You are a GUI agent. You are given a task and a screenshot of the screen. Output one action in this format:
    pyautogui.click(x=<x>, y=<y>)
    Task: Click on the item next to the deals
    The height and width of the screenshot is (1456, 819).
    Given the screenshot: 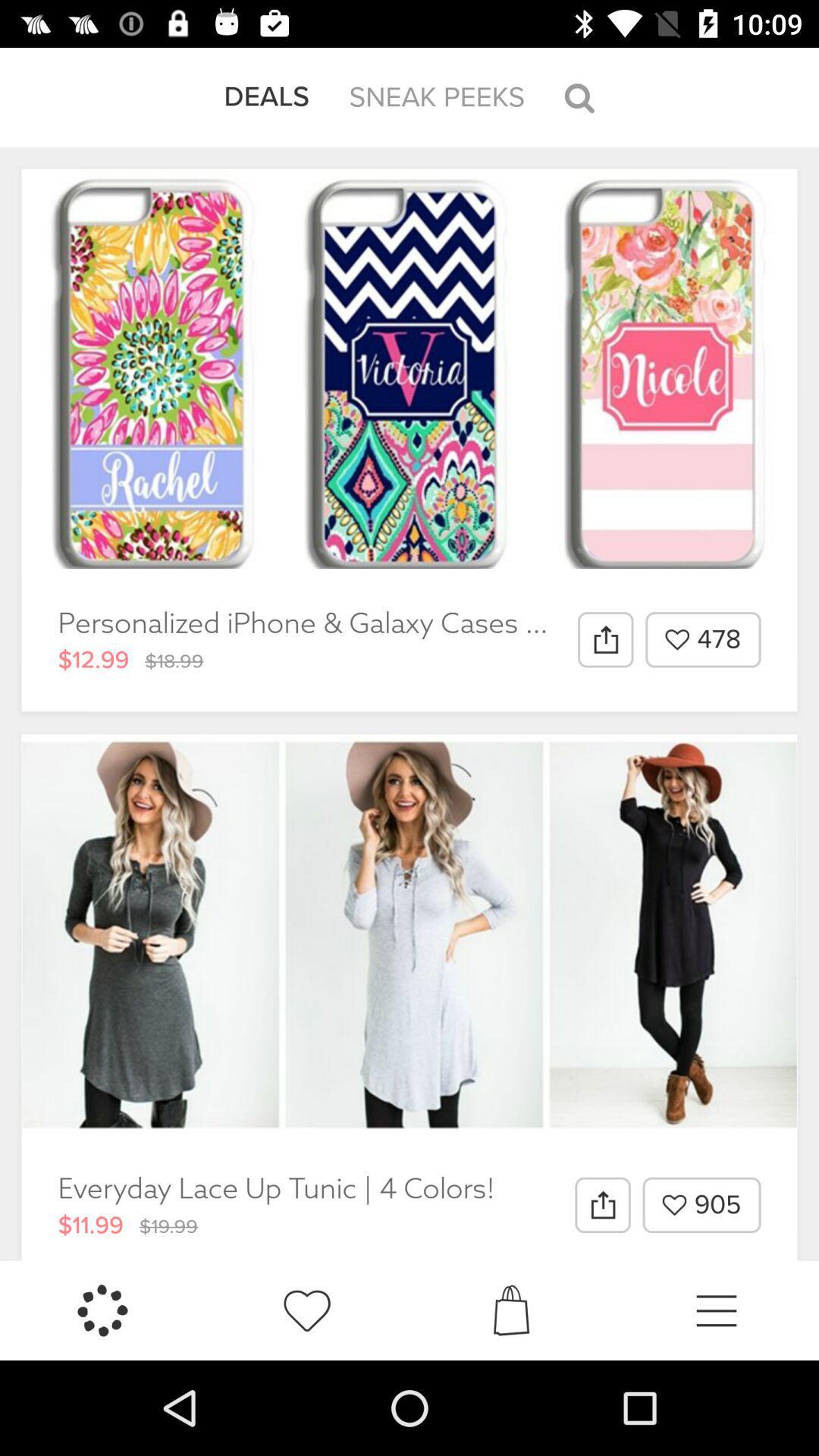 What is the action you would take?
    pyautogui.click(x=437, y=96)
    